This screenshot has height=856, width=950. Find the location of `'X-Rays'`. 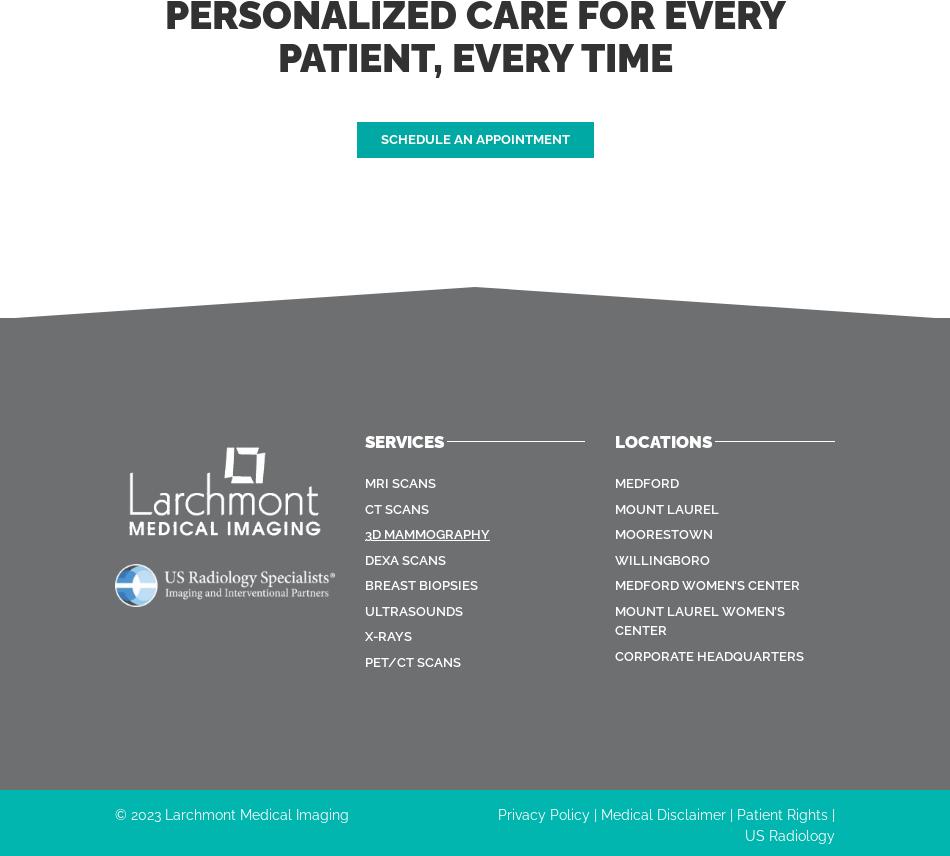

'X-Rays' is located at coordinates (387, 635).